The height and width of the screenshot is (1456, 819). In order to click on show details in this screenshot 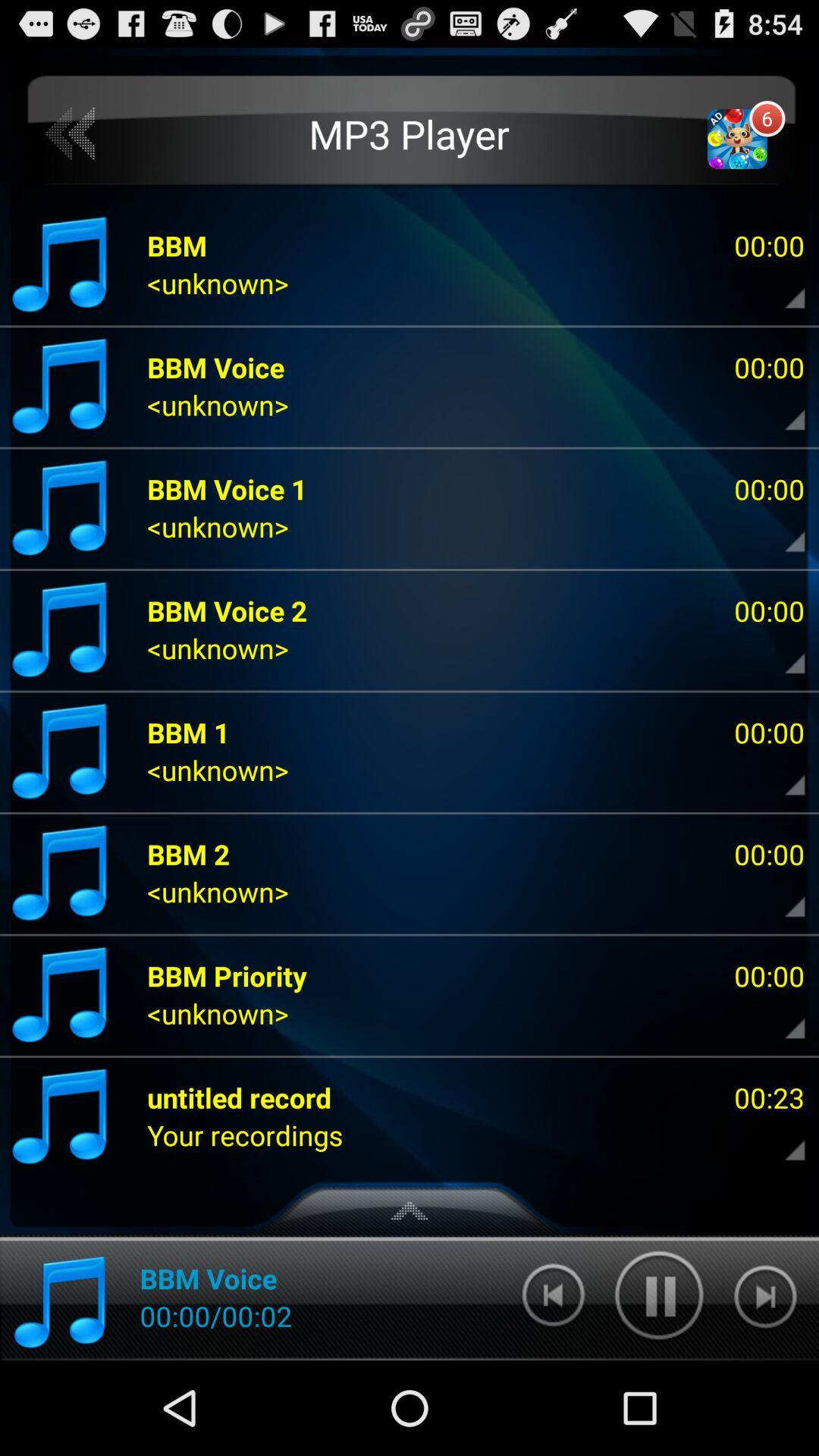, I will do `click(782, 287)`.